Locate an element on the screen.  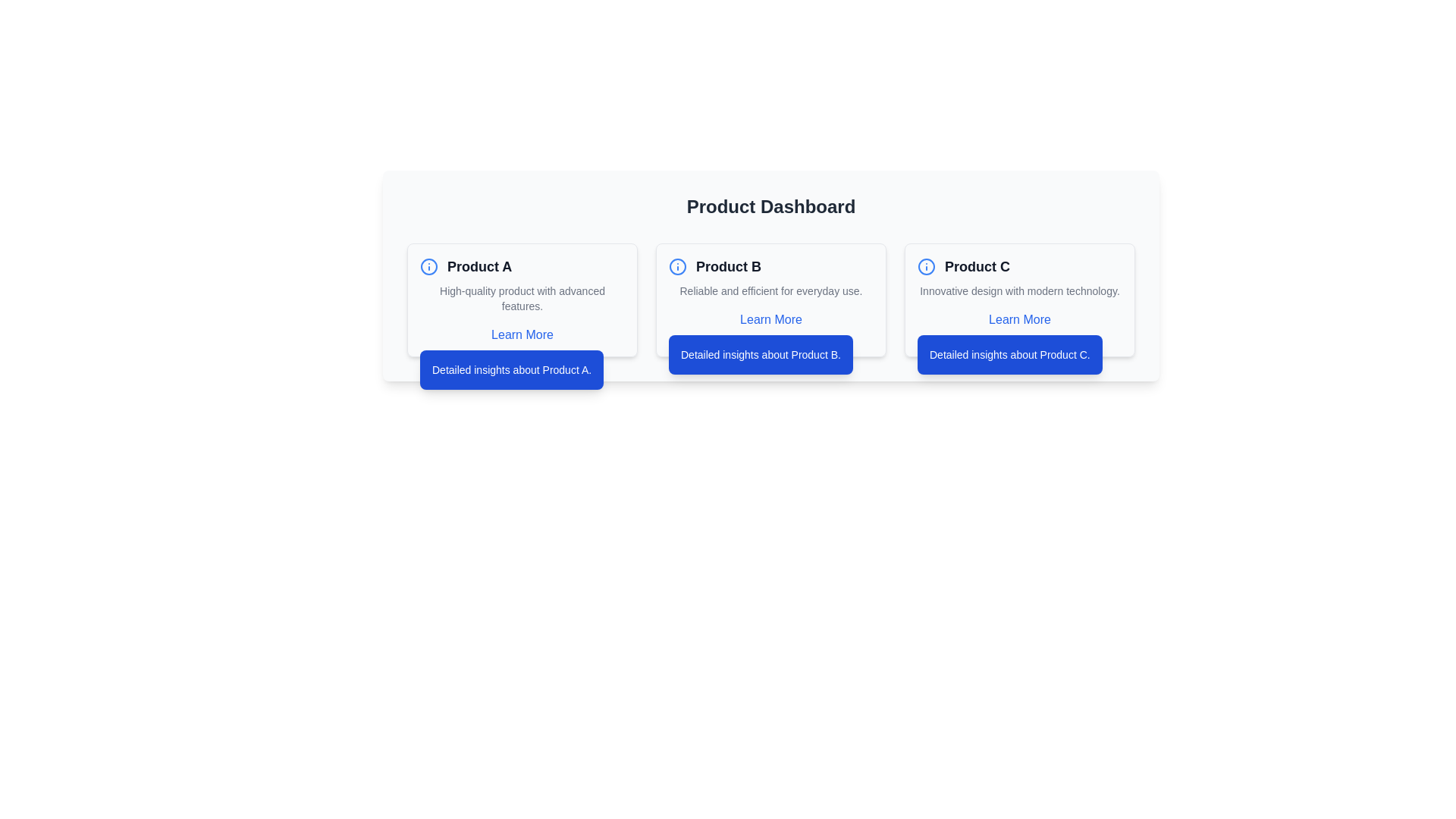
the informational icon located in the header section of the 'Product B' card, positioned left of the text 'Product B' is located at coordinates (676, 265).